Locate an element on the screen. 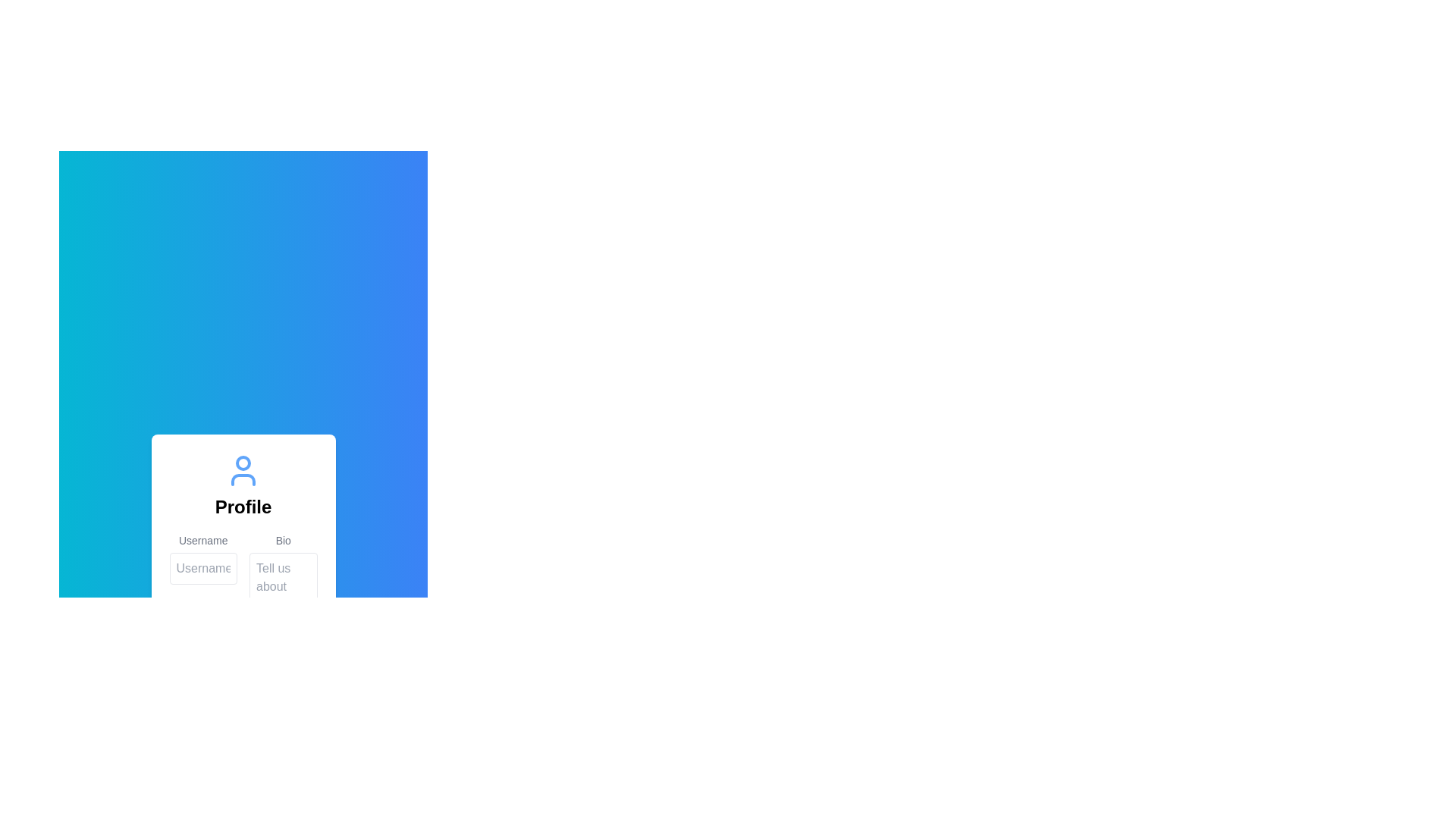 The width and height of the screenshot is (1456, 819). the 'Profile' static text element, which is displayed in bold, large font, centered within a white card layout against a blue gradient background is located at coordinates (243, 507).